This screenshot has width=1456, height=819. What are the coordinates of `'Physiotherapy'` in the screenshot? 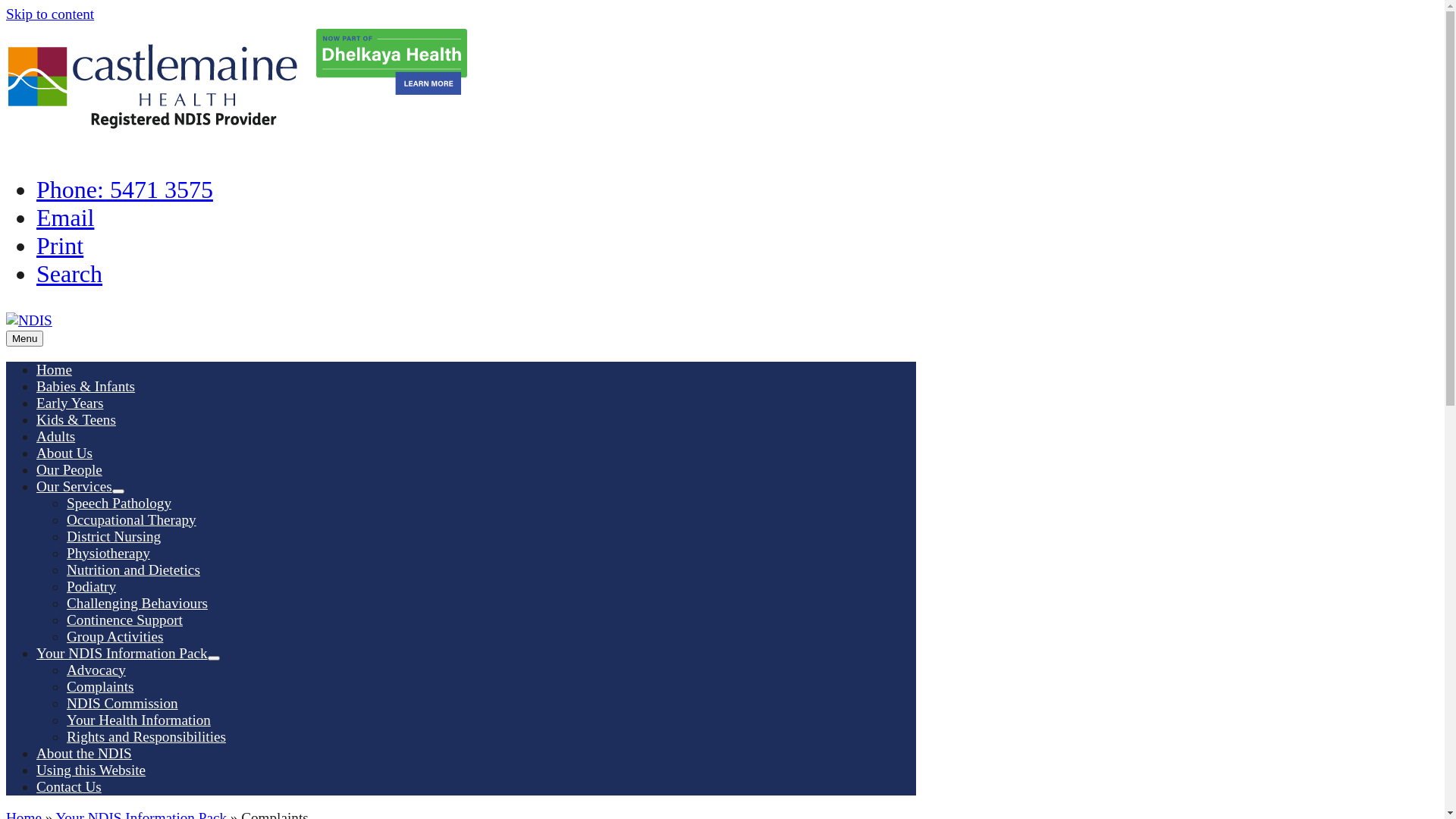 It's located at (108, 553).